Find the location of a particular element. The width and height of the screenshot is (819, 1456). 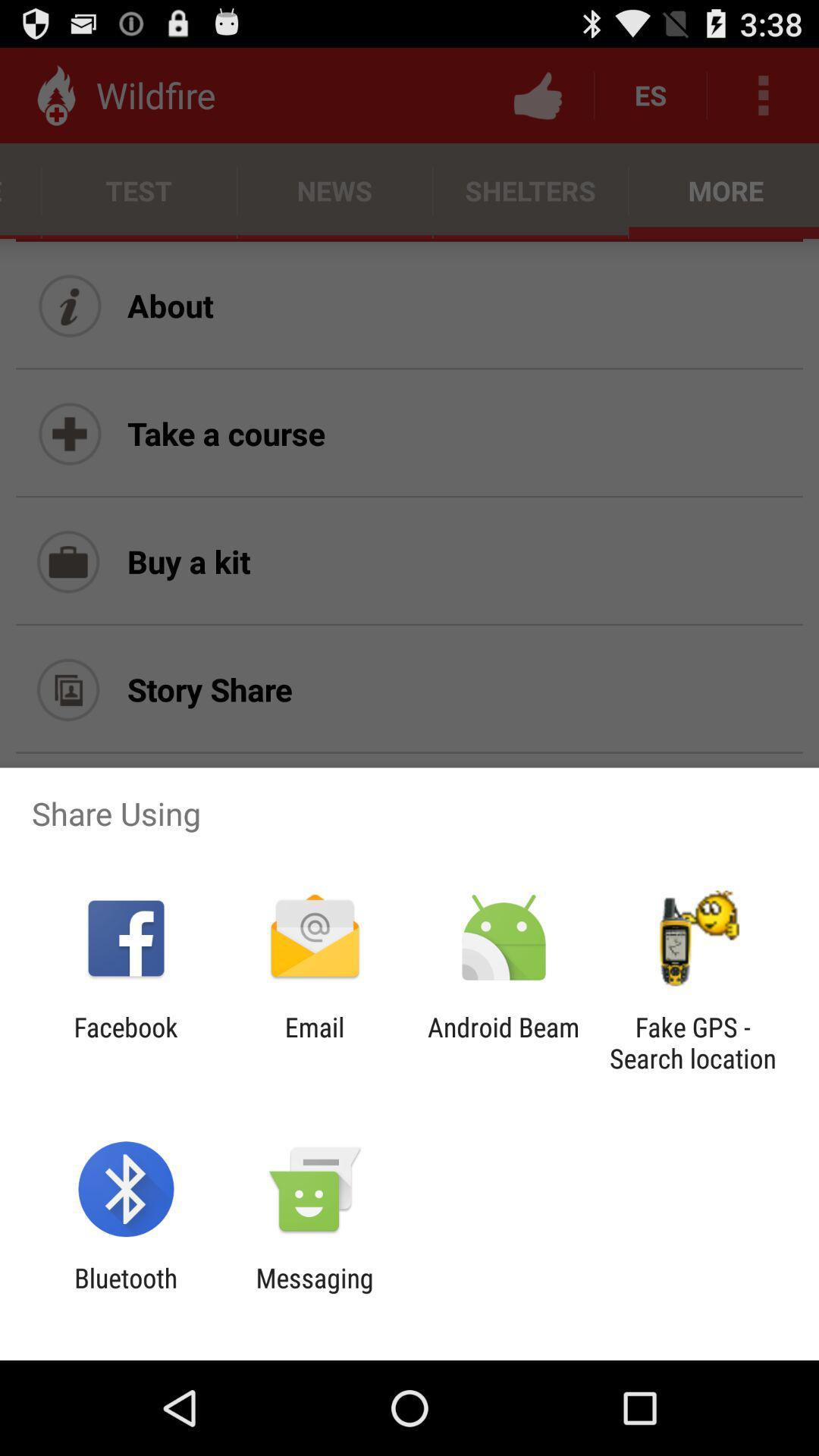

the app next to the android beam item is located at coordinates (314, 1042).